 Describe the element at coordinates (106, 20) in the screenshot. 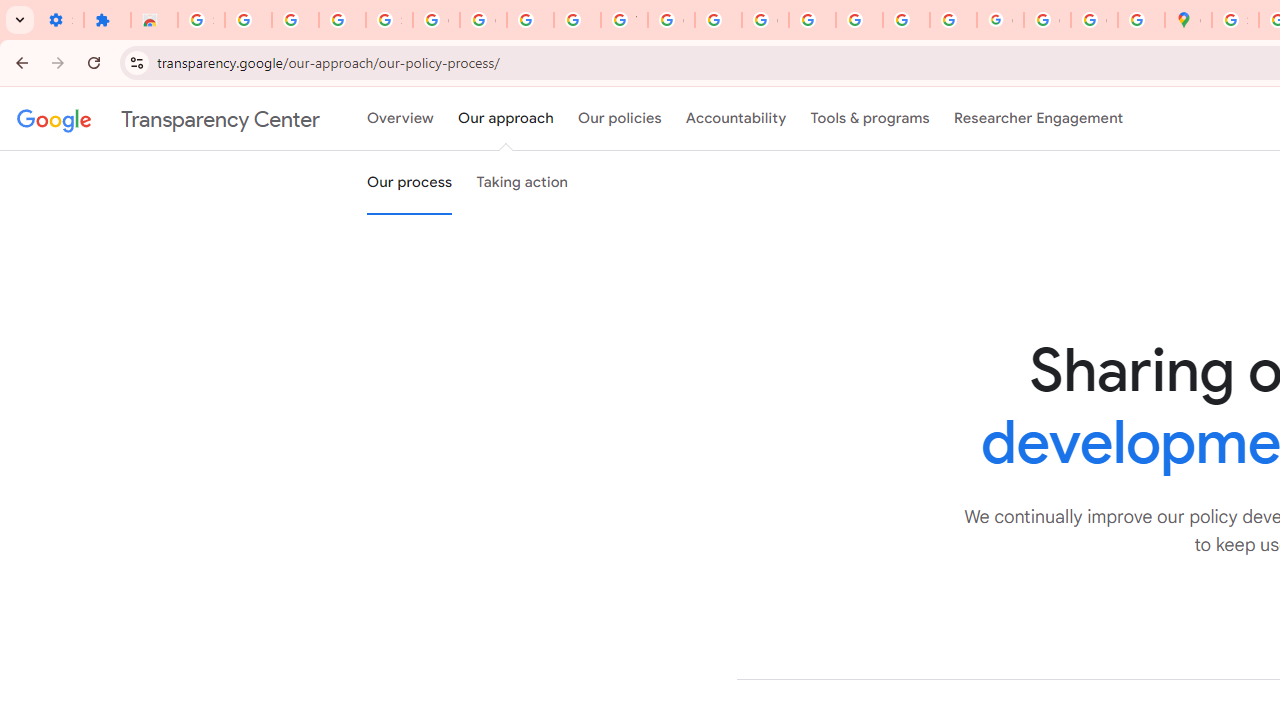

I see `'Extensions'` at that location.